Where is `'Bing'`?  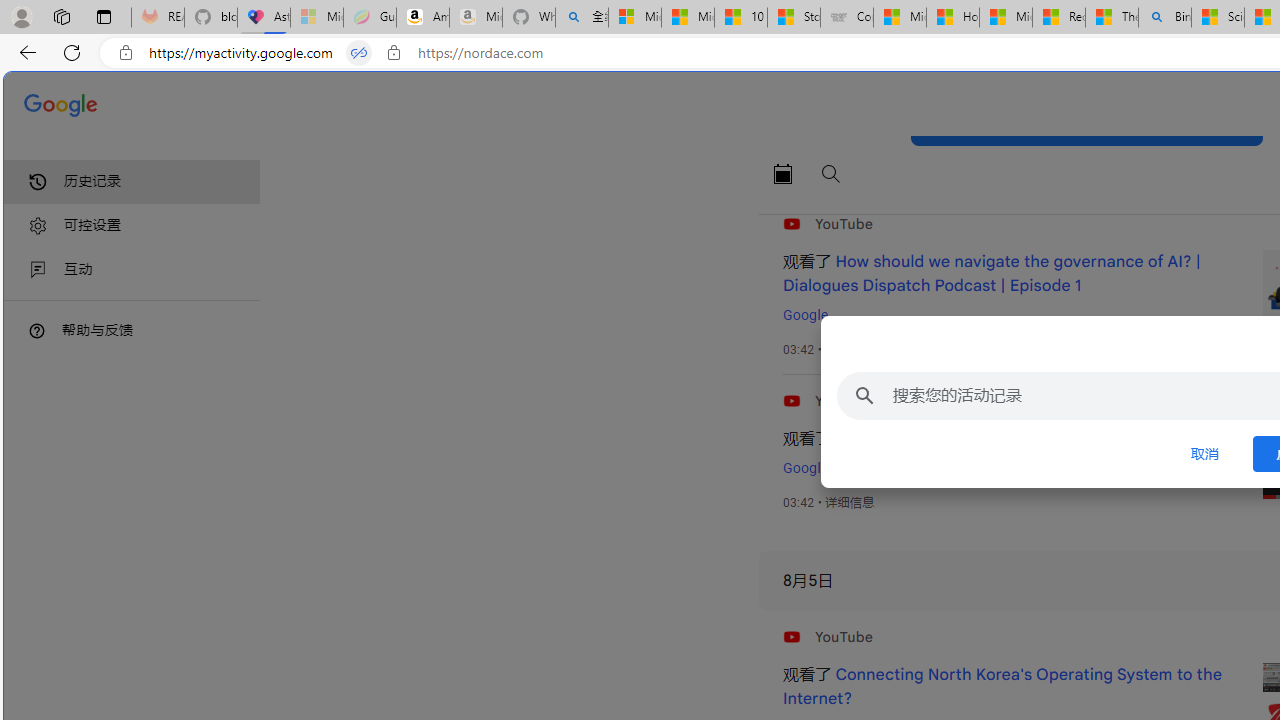
'Bing' is located at coordinates (1165, 17).